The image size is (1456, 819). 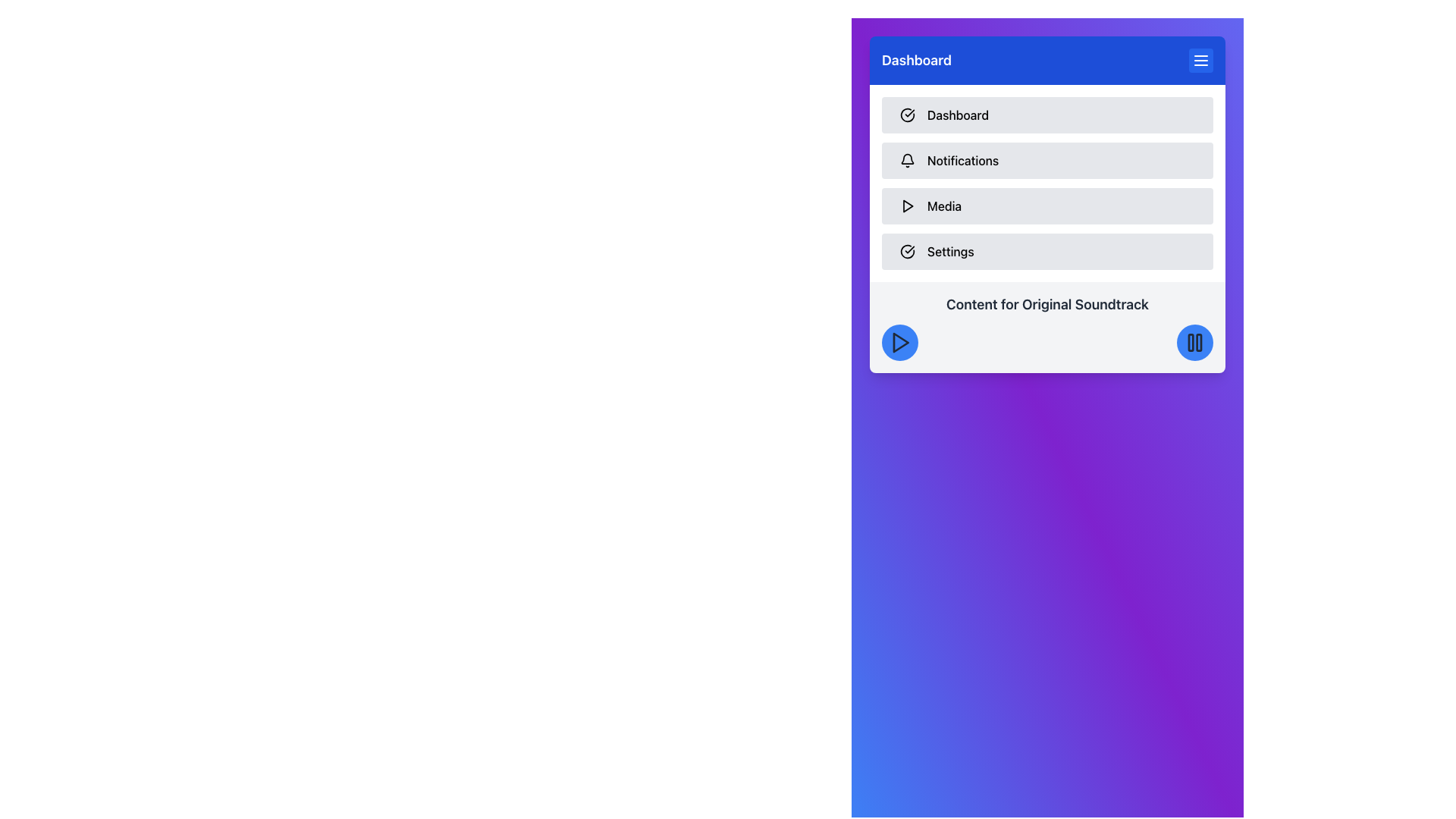 I want to click on visual design of the first icon representing the 'Dashboard' section, located to the left of the text label 'Dashboard', so click(x=907, y=114).